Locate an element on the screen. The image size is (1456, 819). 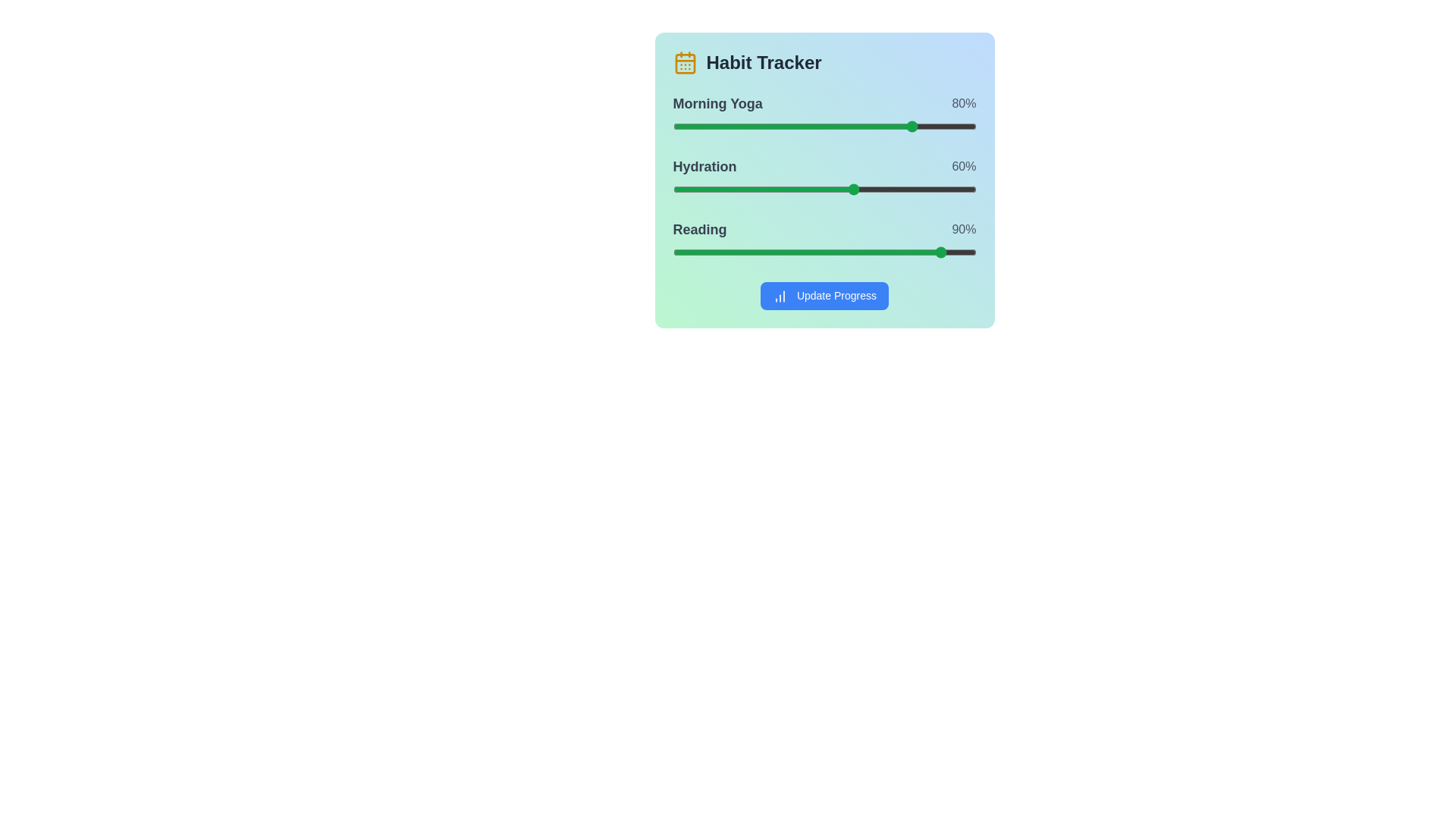
the calendar icon next to 'Habit Tracker' is located at coordinates (684, 62).